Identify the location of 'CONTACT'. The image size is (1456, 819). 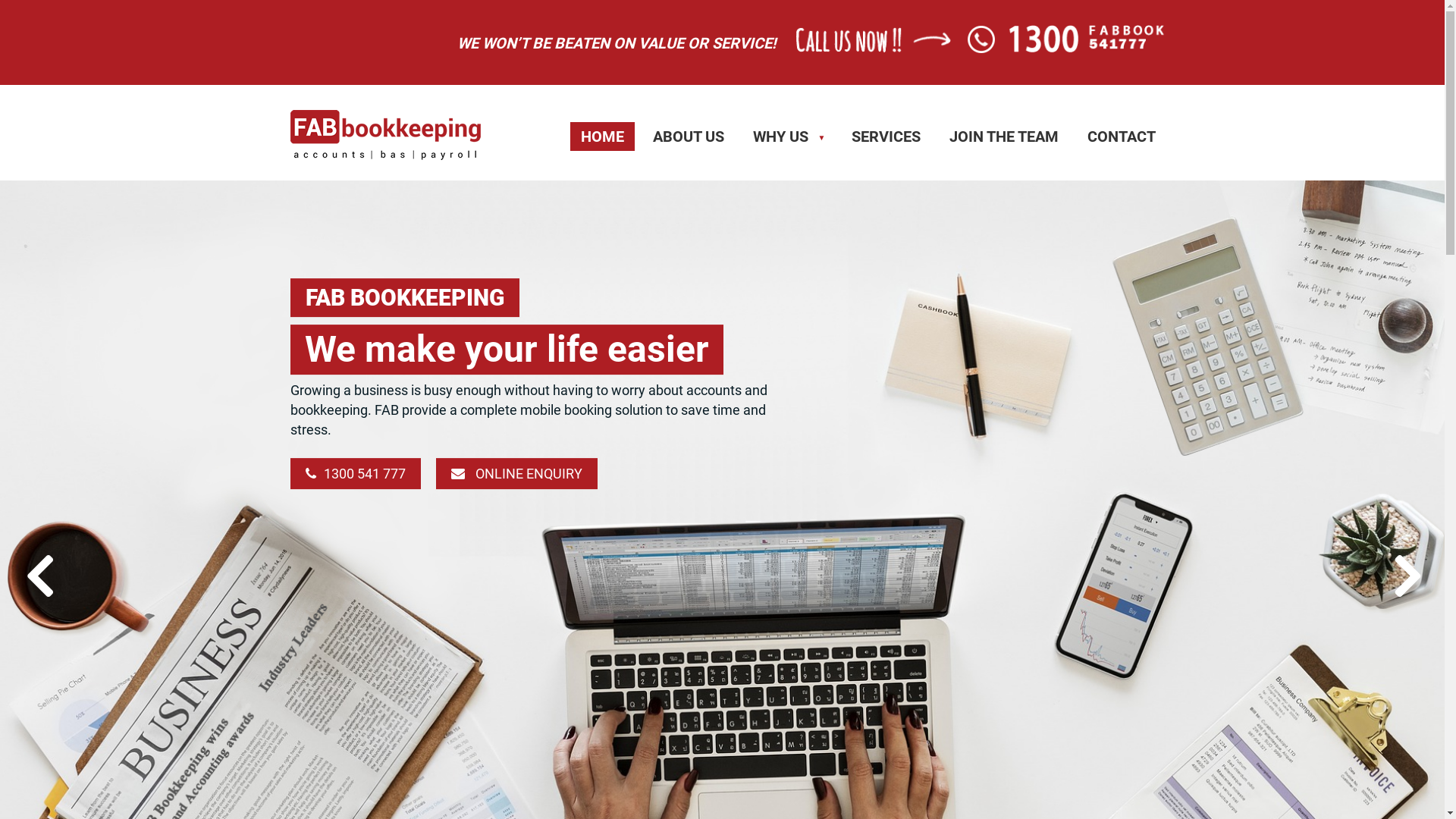
(1121, 136).